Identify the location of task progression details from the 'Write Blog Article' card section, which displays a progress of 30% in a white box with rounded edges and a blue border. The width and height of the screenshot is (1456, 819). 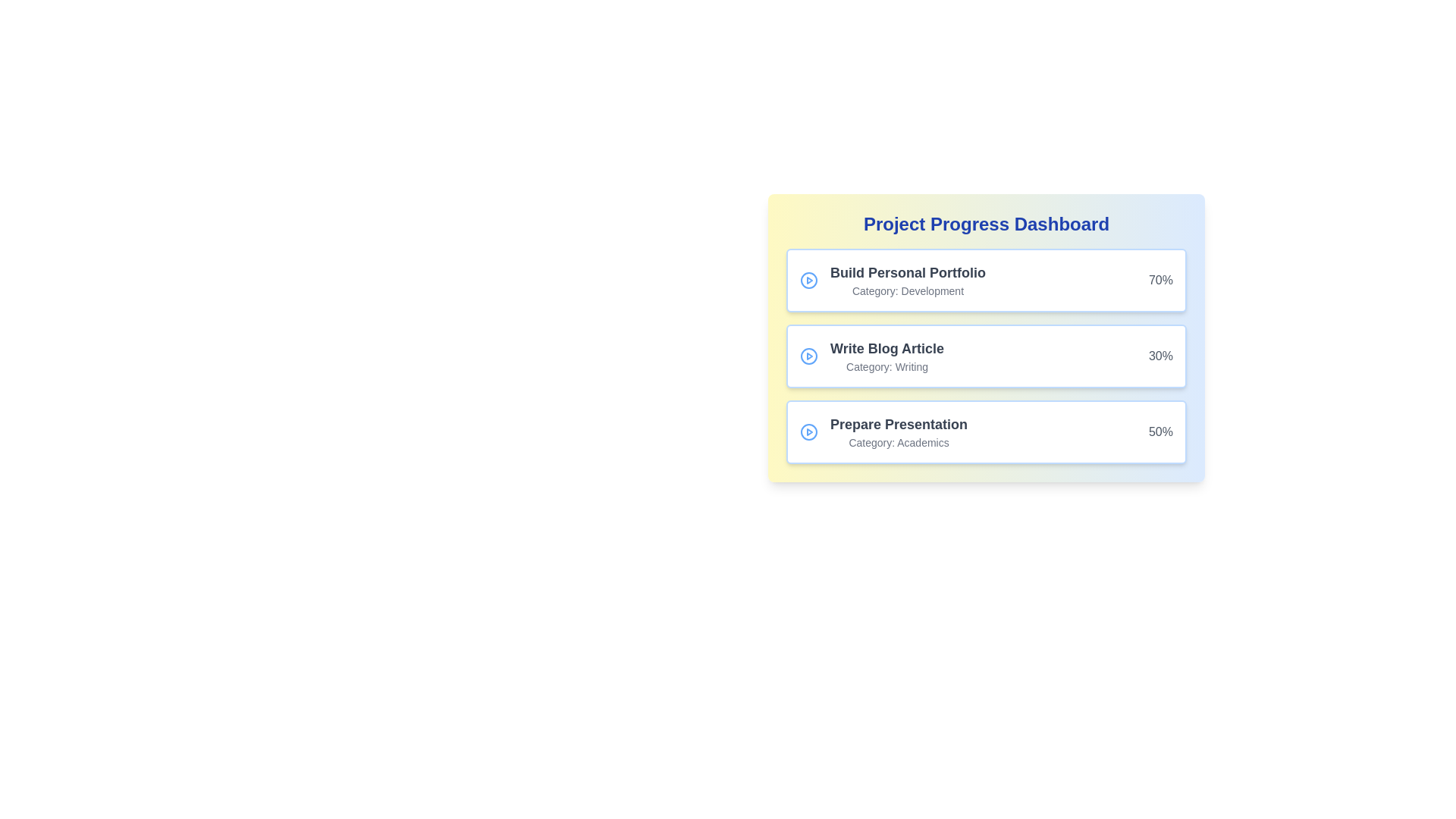
(986, 356).